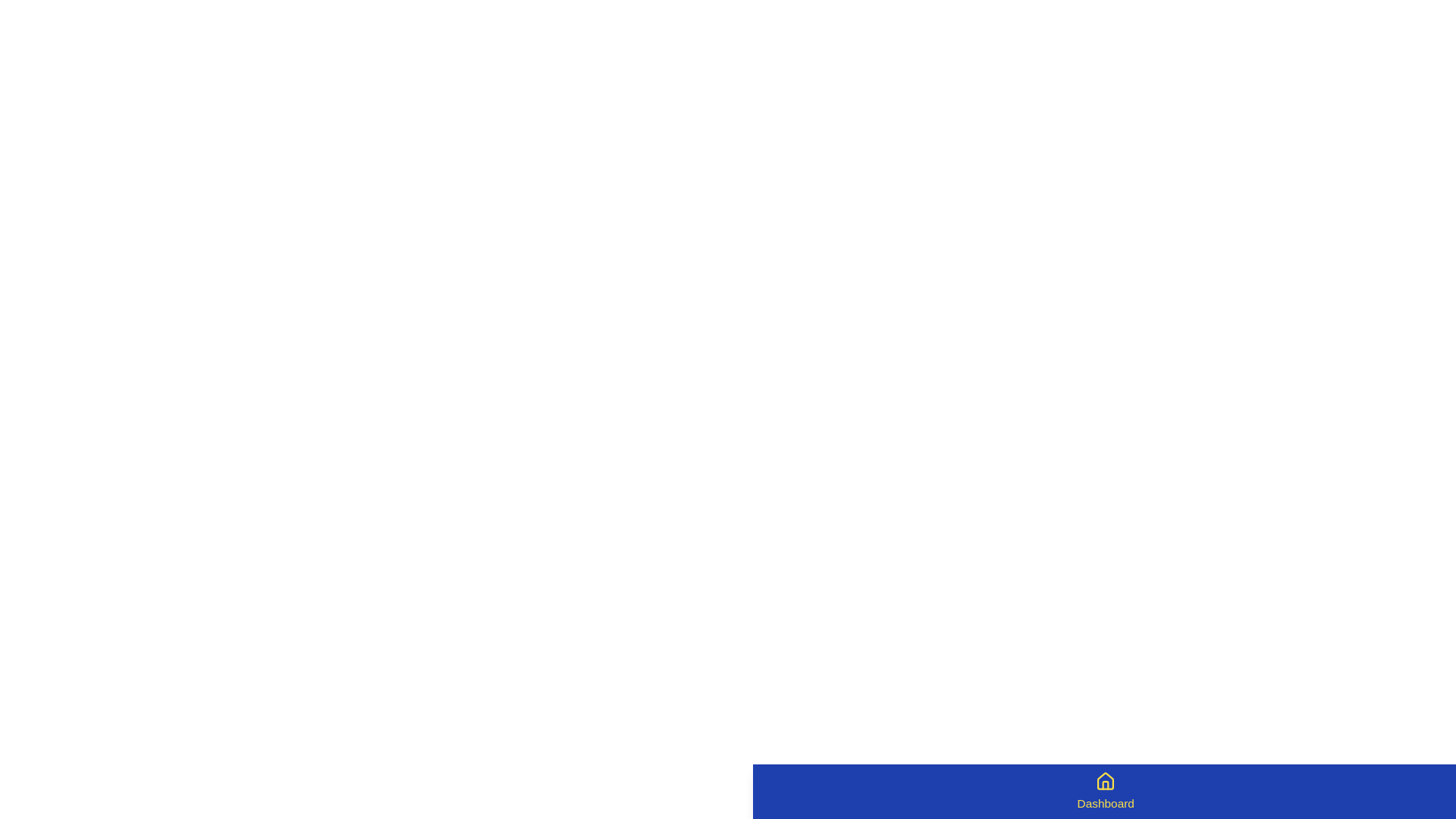  What do you see at coordinates (1106, 791) in the screenshot?
I see `the tab labeled Dashboard` at bounding box center [1106, 791].